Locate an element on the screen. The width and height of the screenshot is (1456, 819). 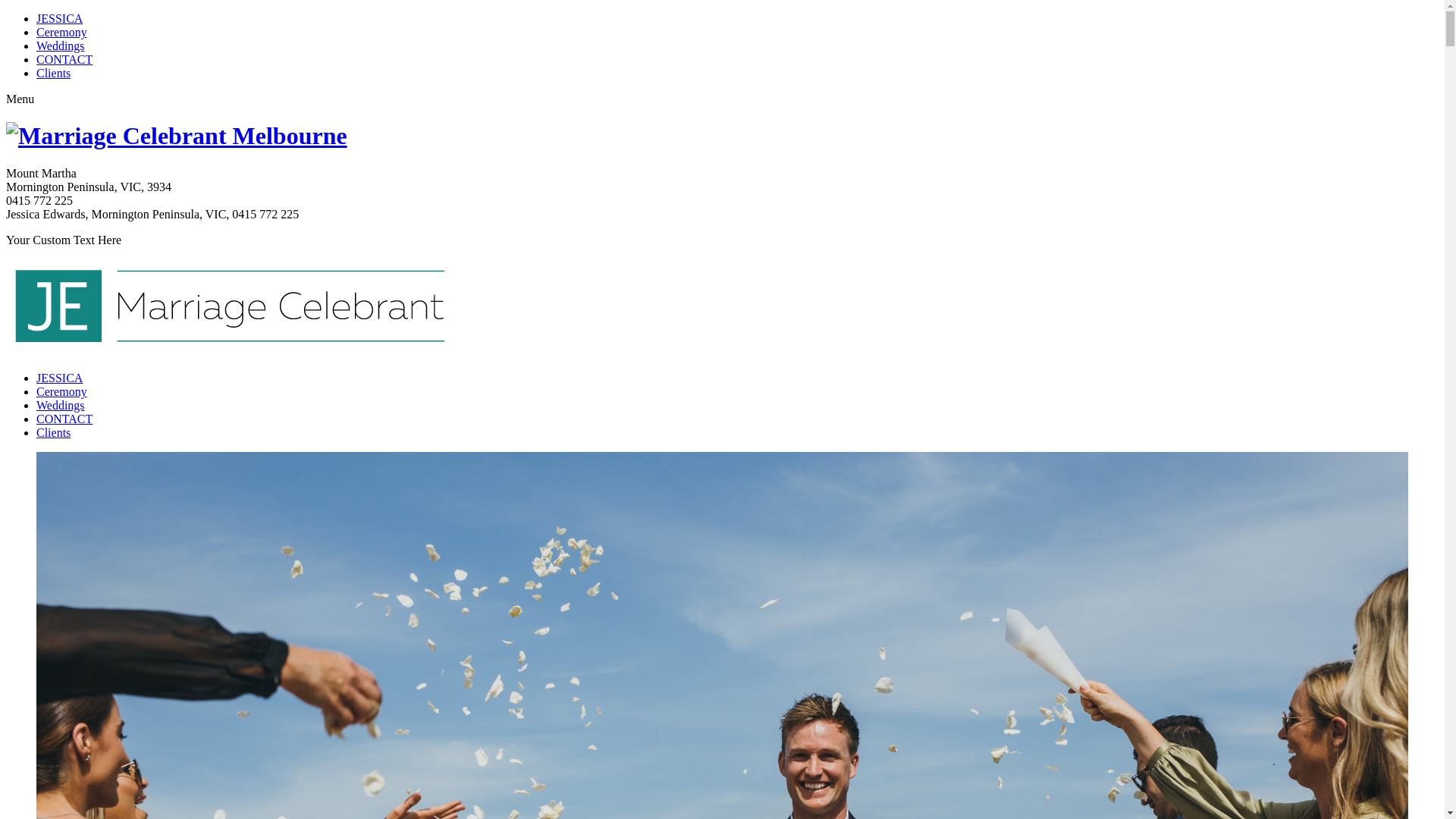
'Menu' is located at coordinates (6, 99).